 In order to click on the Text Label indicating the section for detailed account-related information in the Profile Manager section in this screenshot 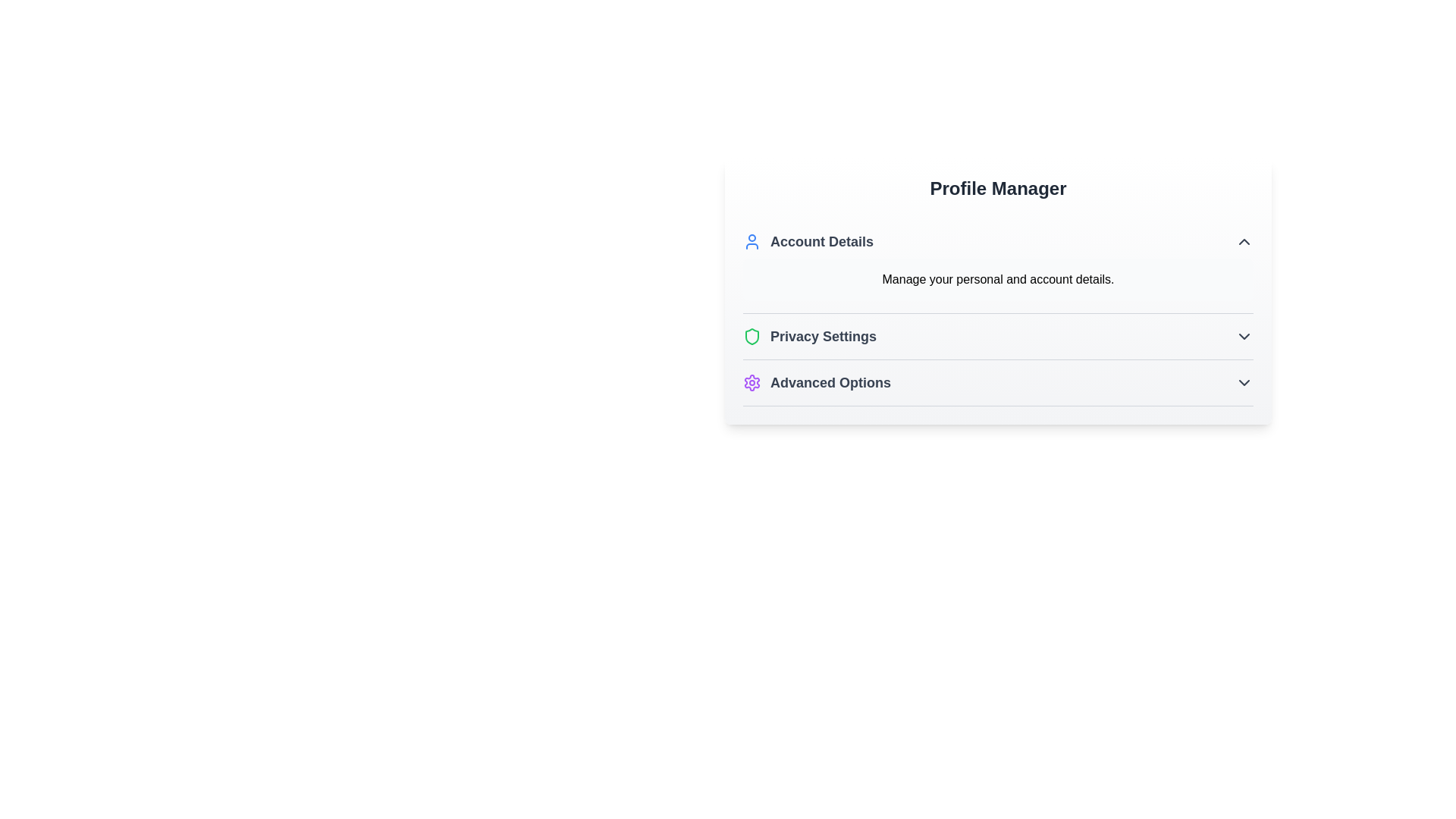, I will do `click(821, 241)`.